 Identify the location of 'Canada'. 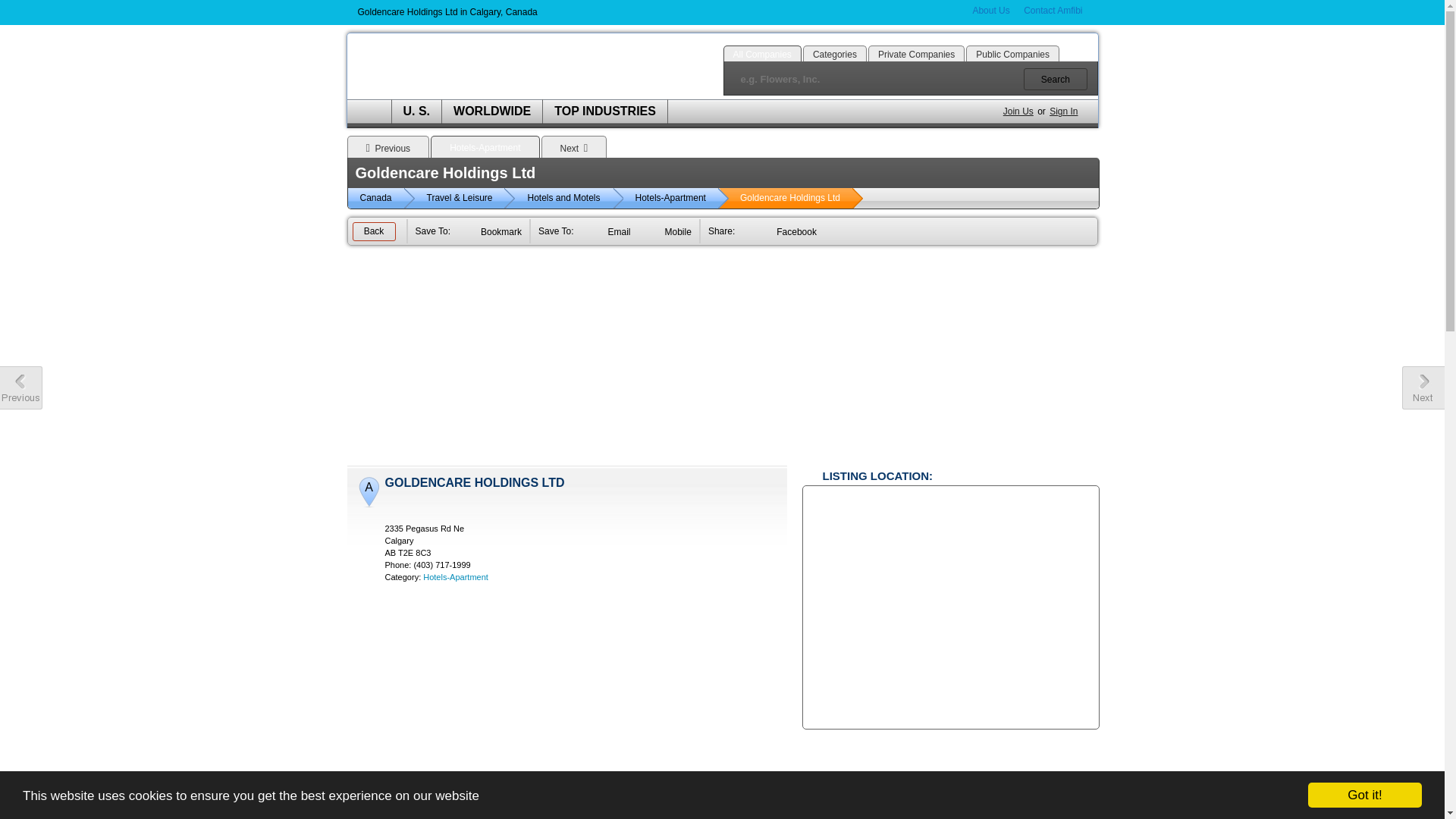
(381, 197).